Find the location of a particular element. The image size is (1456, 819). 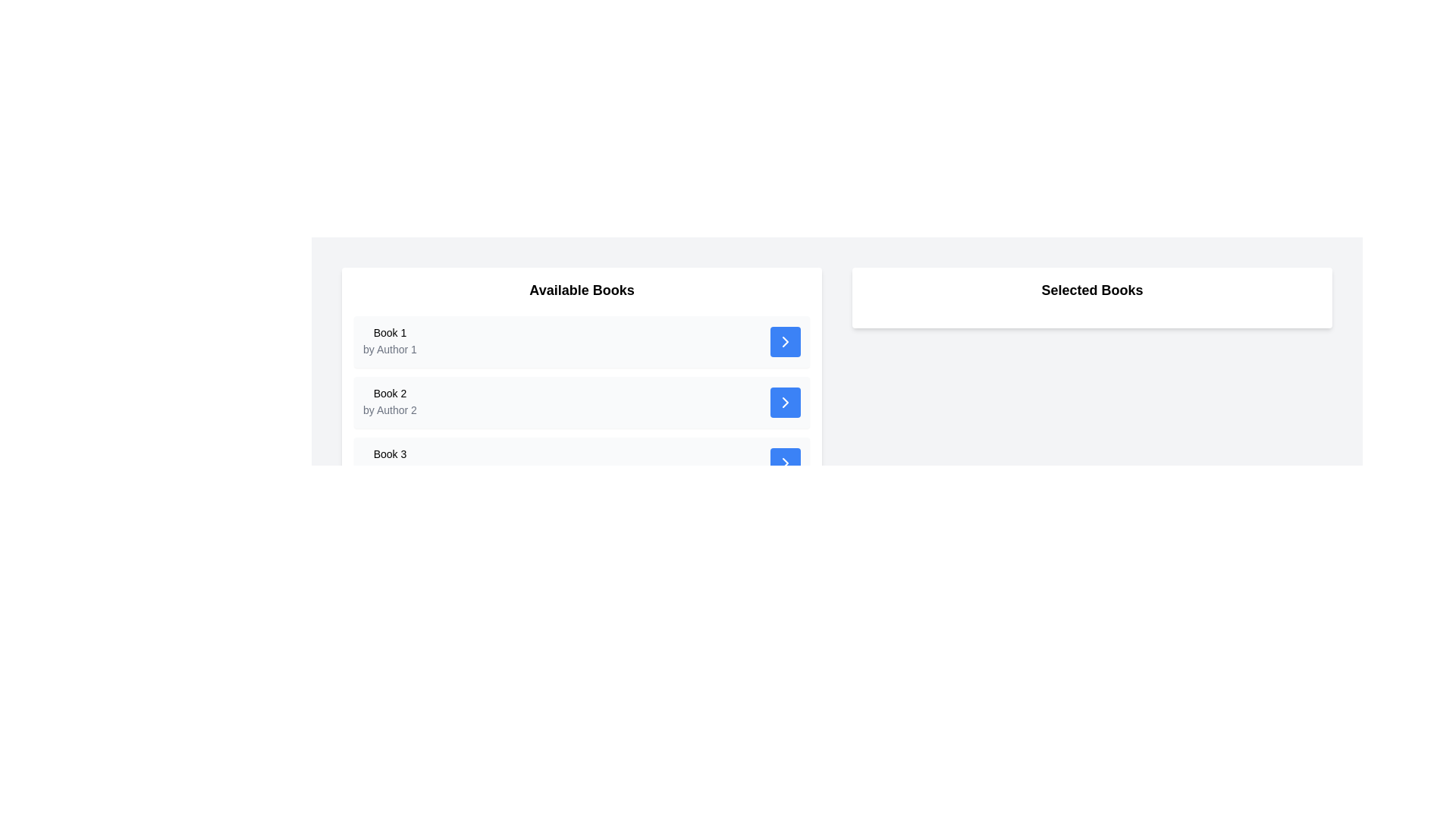

book information displayed in the text element titled 'Book 1' by 'Author 1', which is located in the 'Available Books' panel is located at coordinates (390, 342).